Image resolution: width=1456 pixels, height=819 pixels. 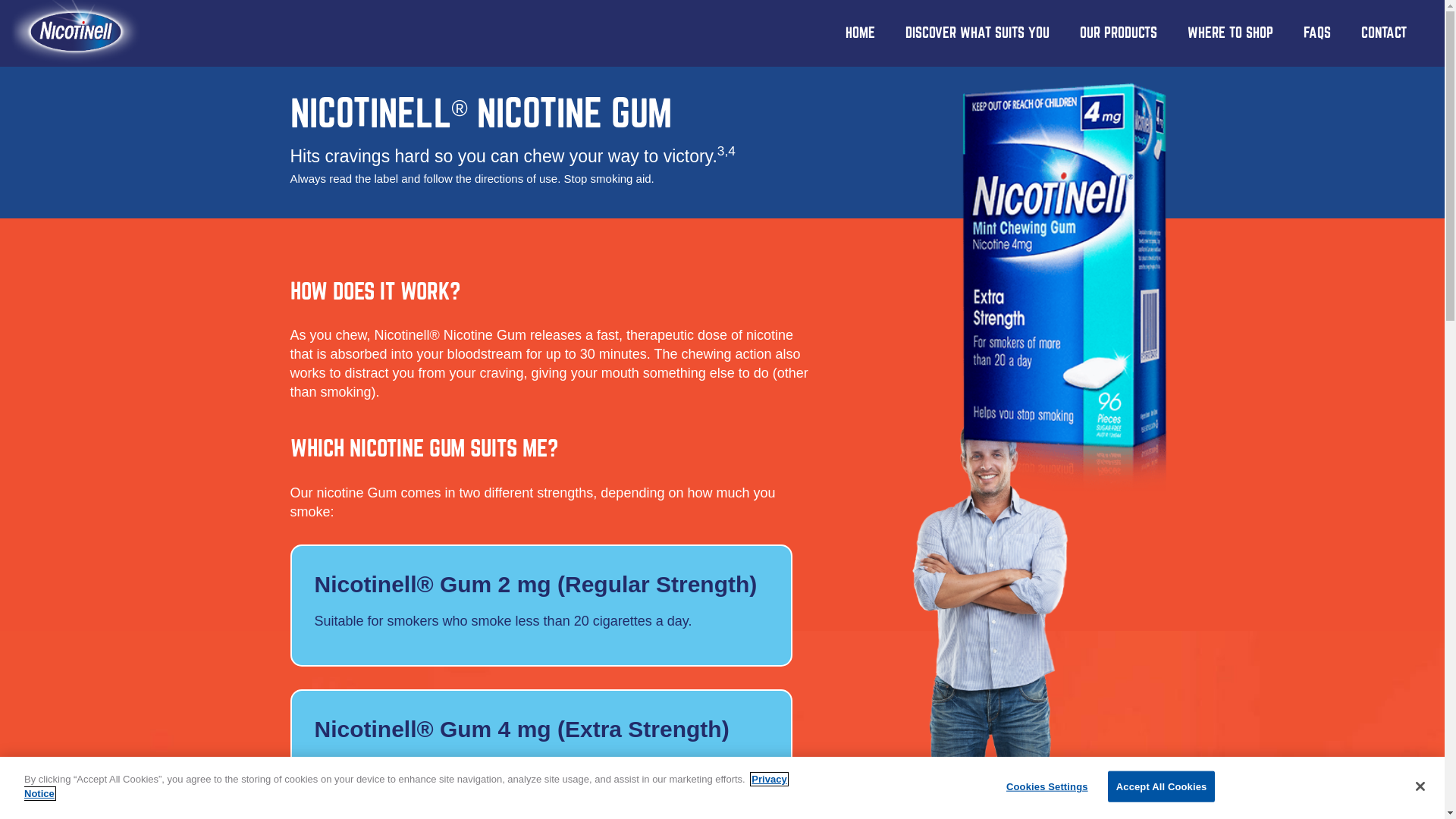 What do you see at coordinates (1160, 786) in the screenshot?
I see `'Accept All Cookies'` at bounding box center [1160, 786].